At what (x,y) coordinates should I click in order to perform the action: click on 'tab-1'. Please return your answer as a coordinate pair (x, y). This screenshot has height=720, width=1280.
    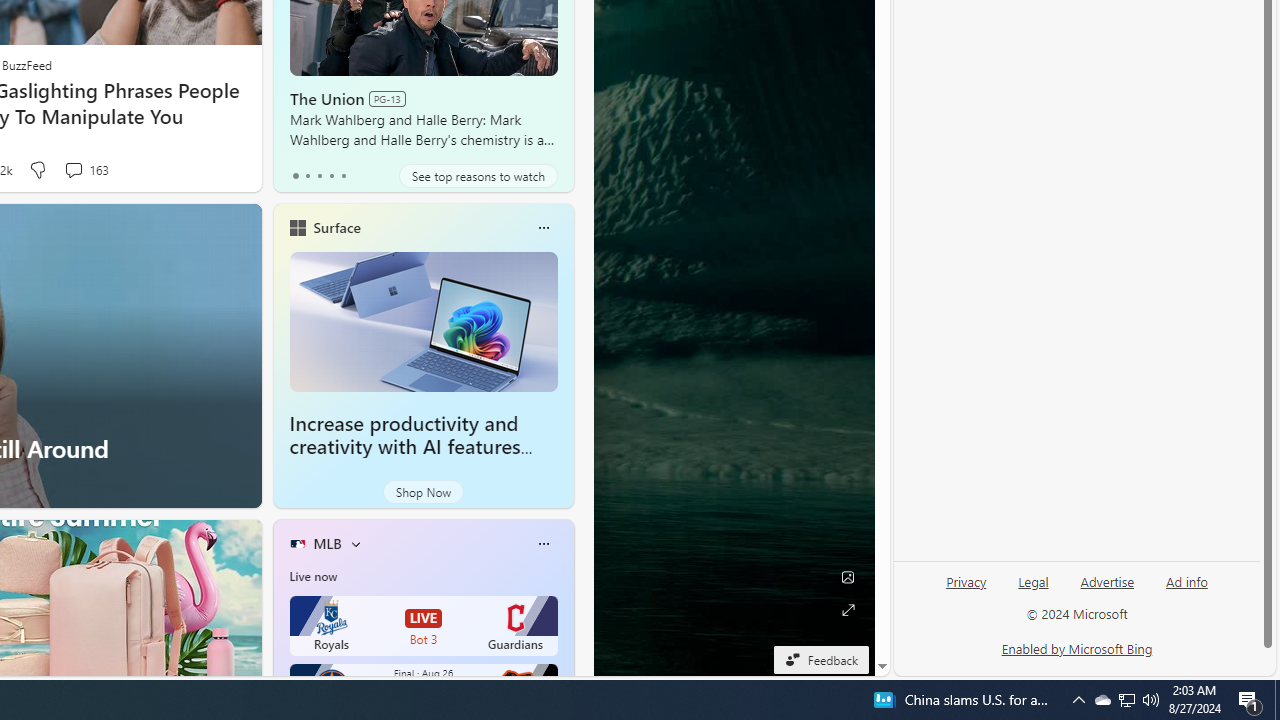
    Looking at the image, I should click on (306, 175).